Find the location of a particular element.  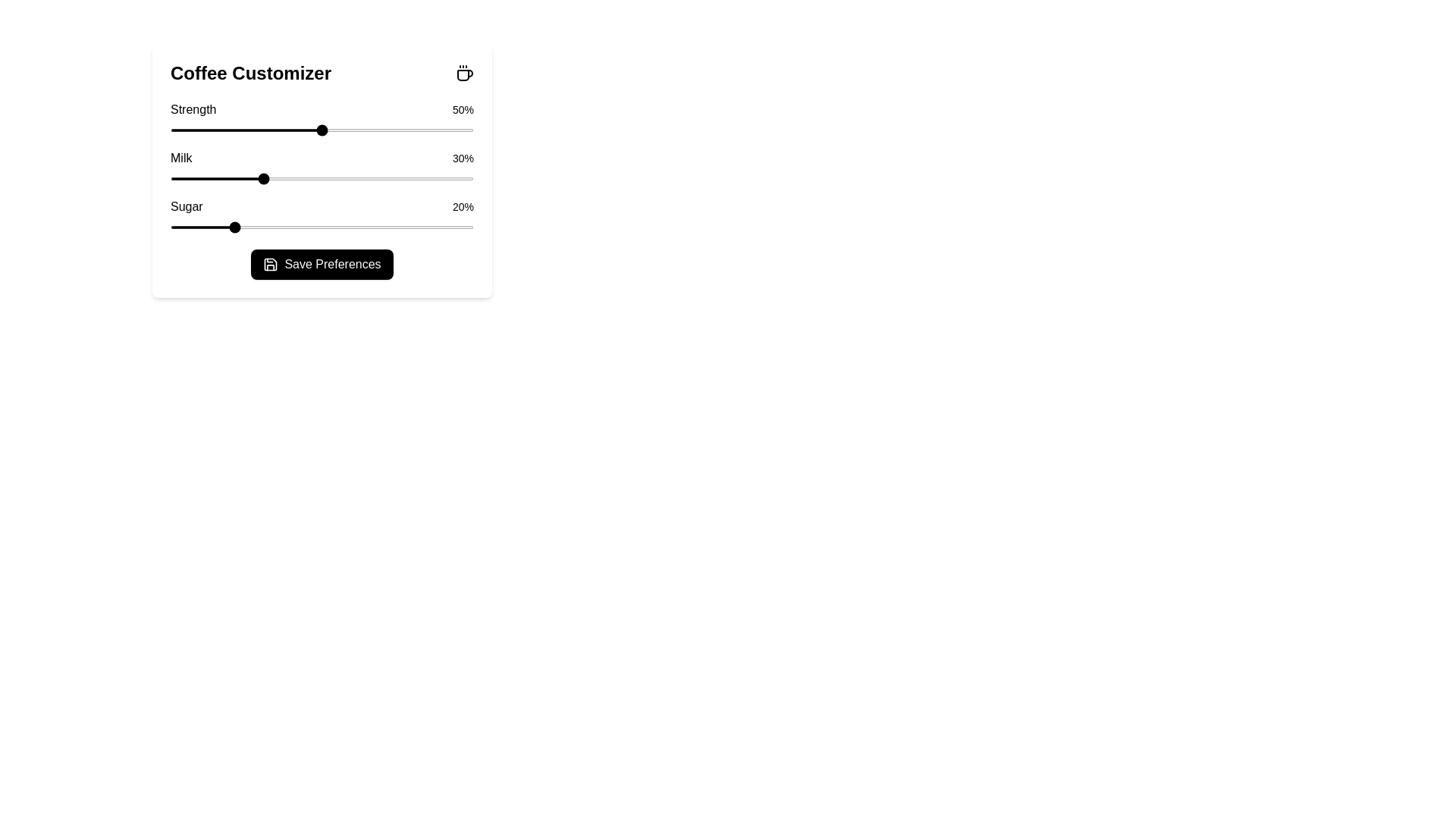

sugar level is located at coordinates (389, 227).